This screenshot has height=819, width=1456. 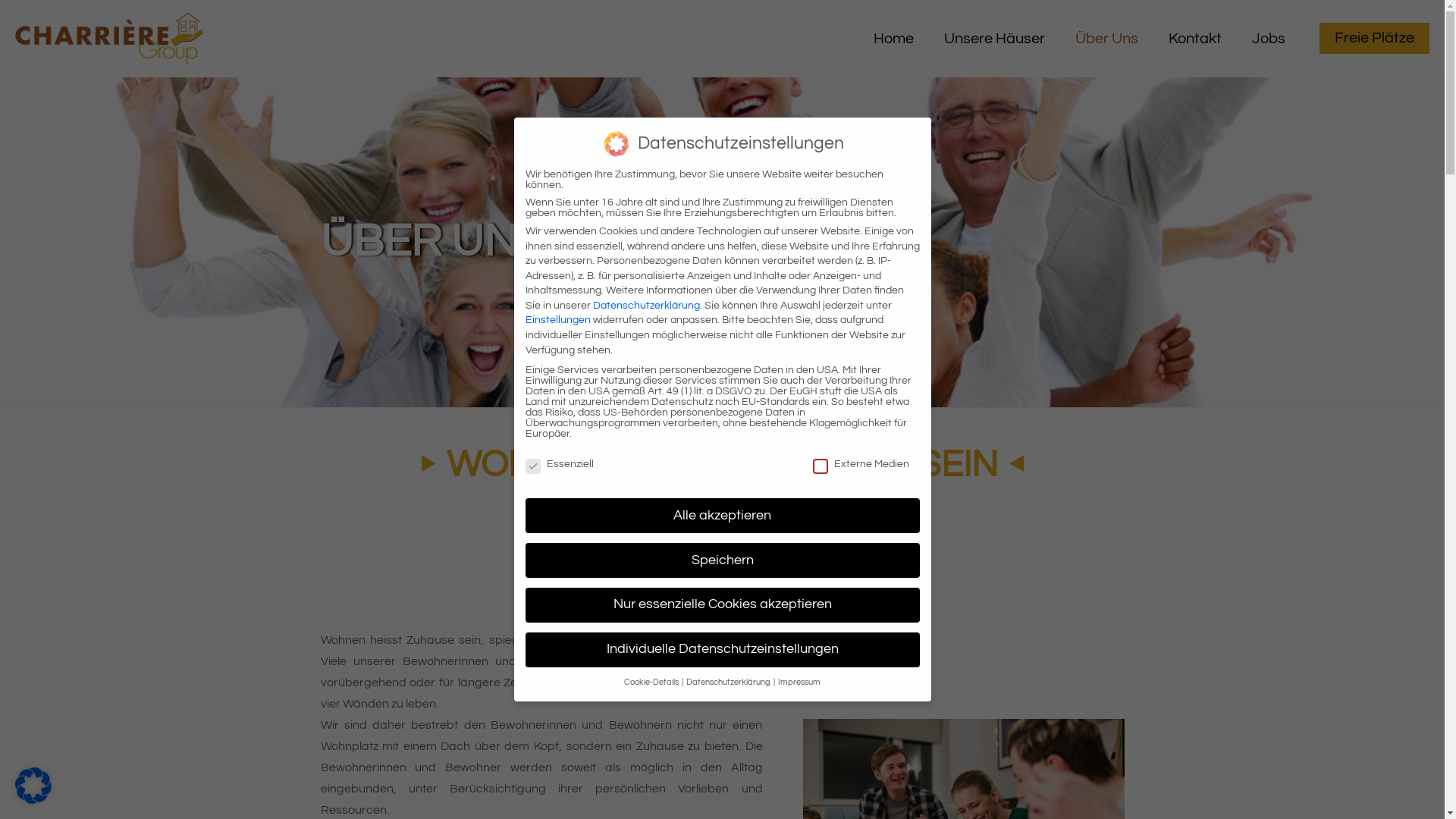 I want to click on 'Speichern', so click(x=720, y=560).